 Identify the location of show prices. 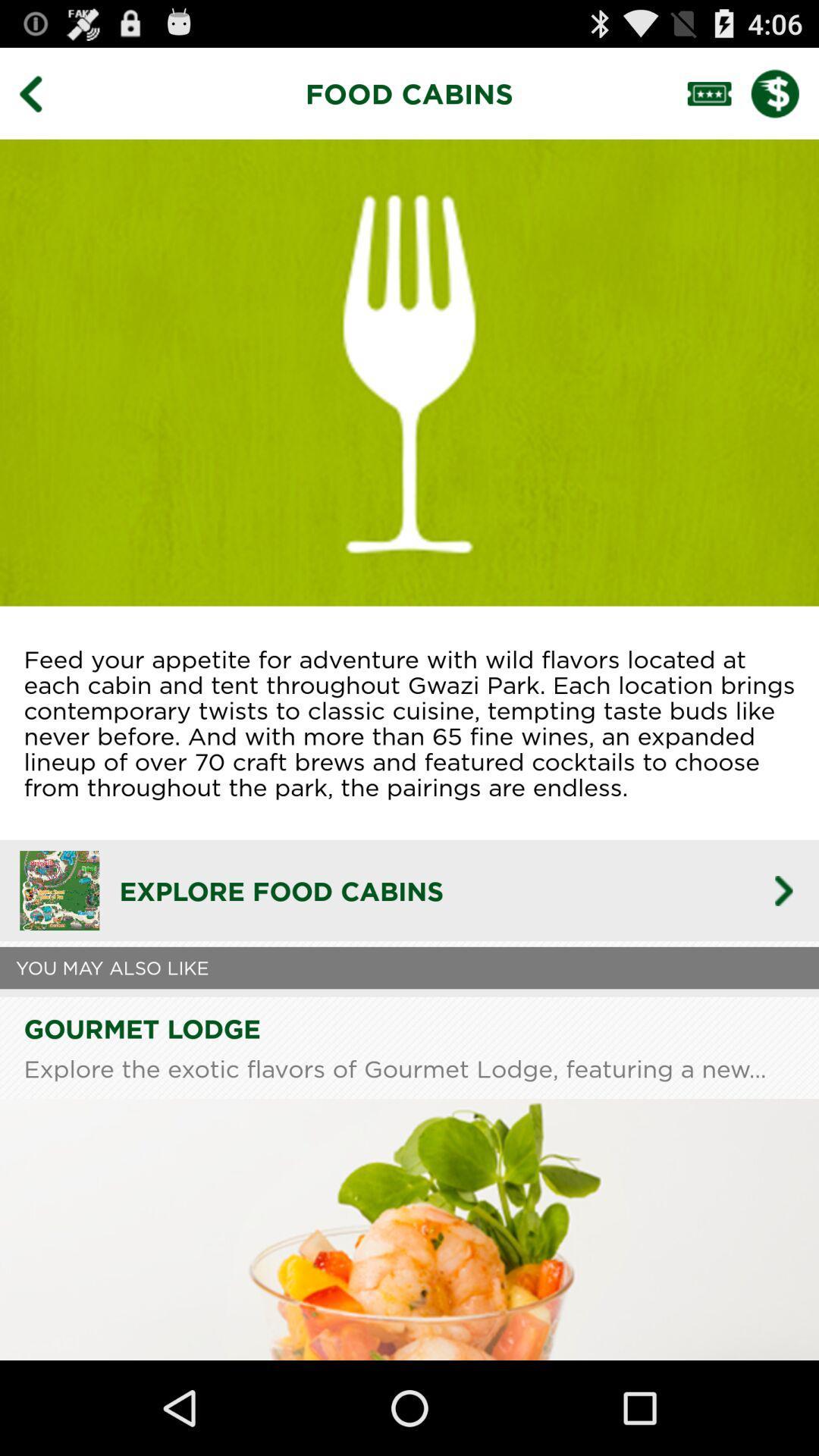
(785, 93).